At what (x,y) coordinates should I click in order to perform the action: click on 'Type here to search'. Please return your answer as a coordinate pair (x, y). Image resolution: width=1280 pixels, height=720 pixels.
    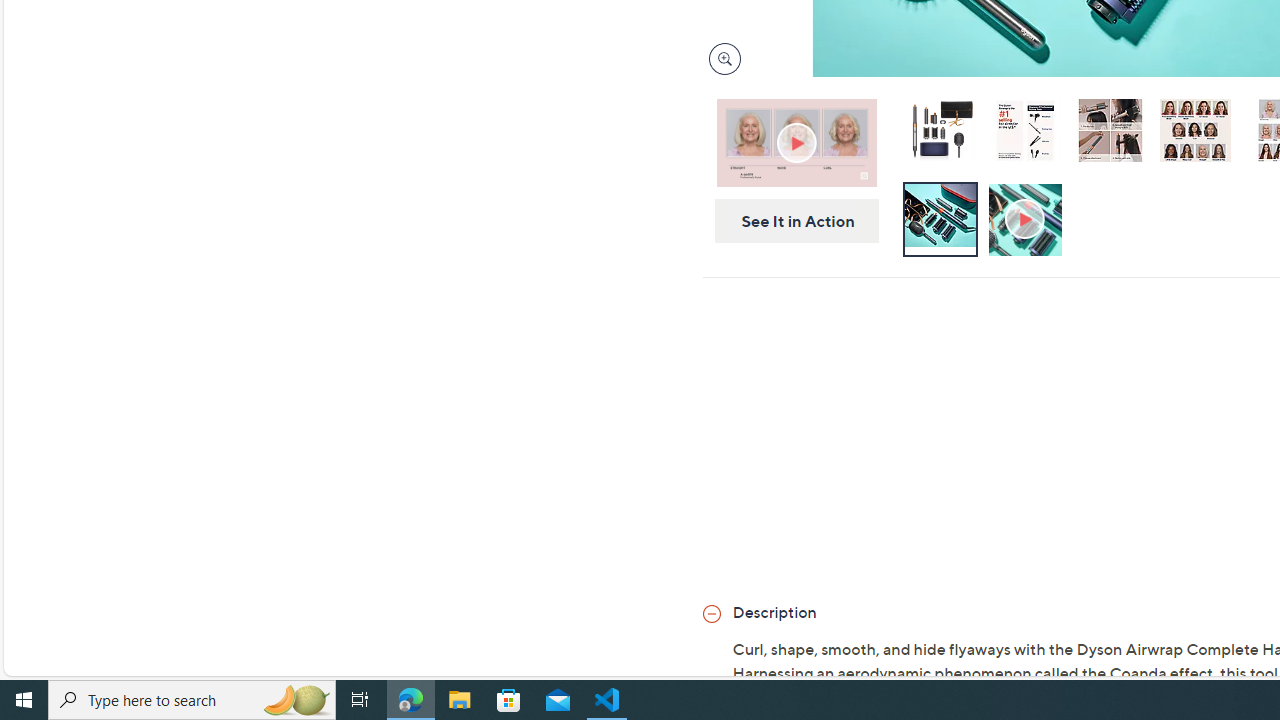
    Looking at the image, I should click on (192, 698).